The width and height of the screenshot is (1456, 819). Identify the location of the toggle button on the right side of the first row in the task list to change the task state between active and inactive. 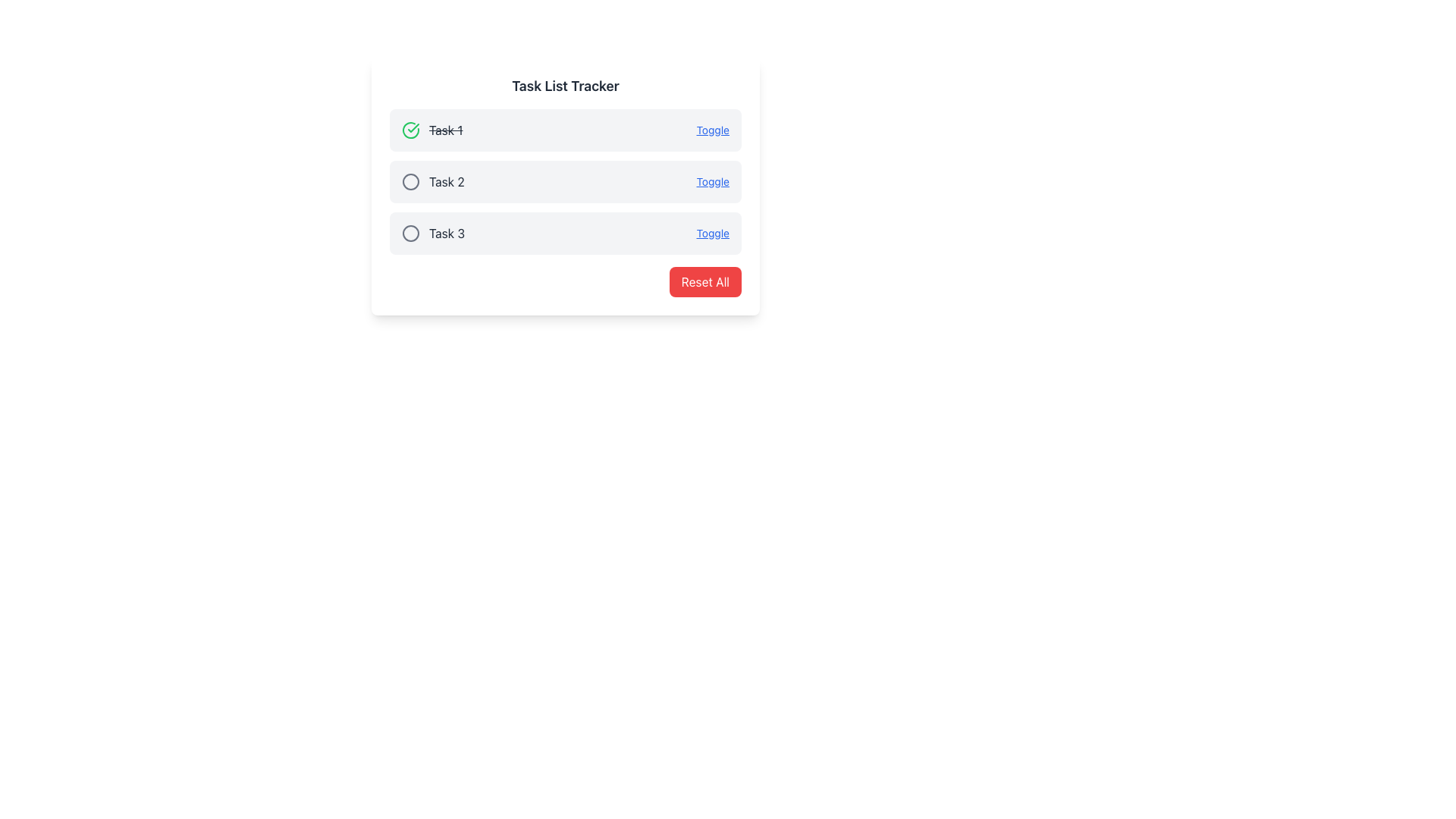
(712, 130).